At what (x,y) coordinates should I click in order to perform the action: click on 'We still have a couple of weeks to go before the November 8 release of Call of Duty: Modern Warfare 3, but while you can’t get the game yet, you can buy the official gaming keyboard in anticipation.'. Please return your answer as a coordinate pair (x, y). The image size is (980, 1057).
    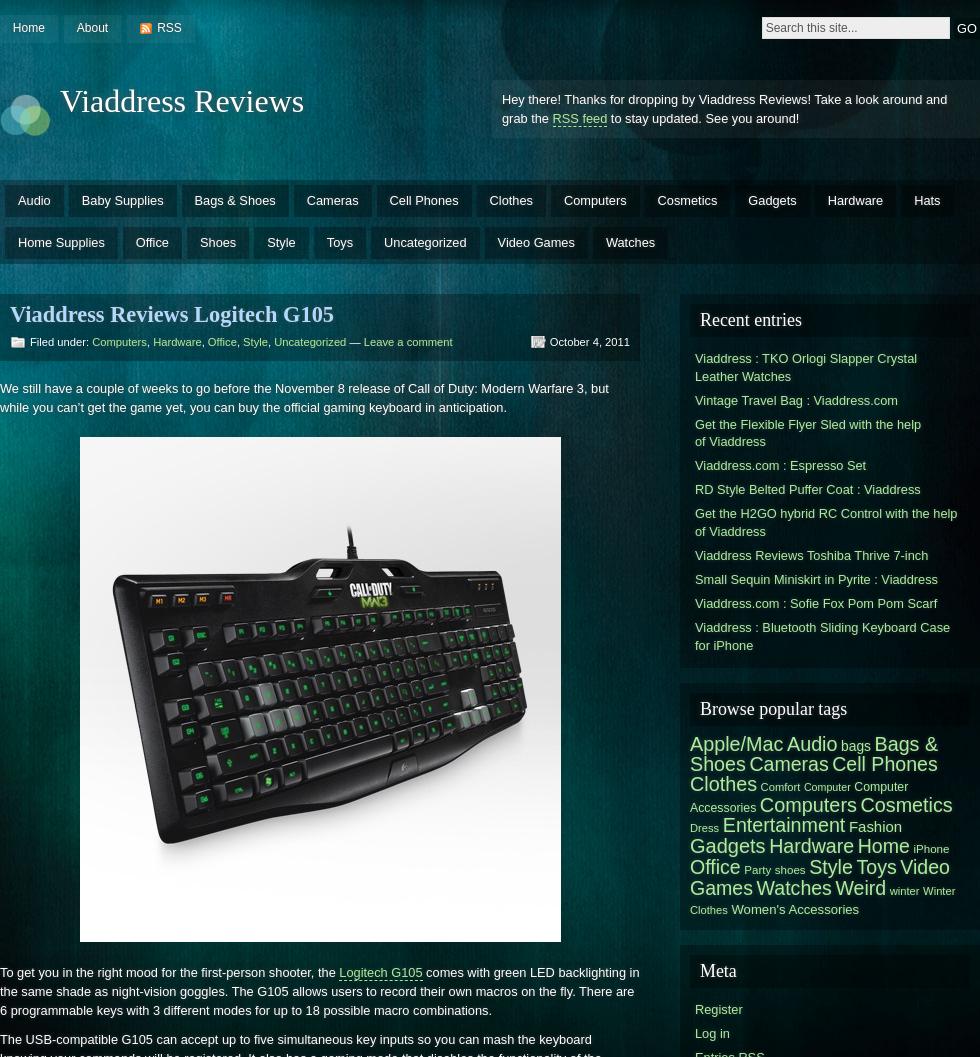
    Looking at the image, I should click on (303, 396).